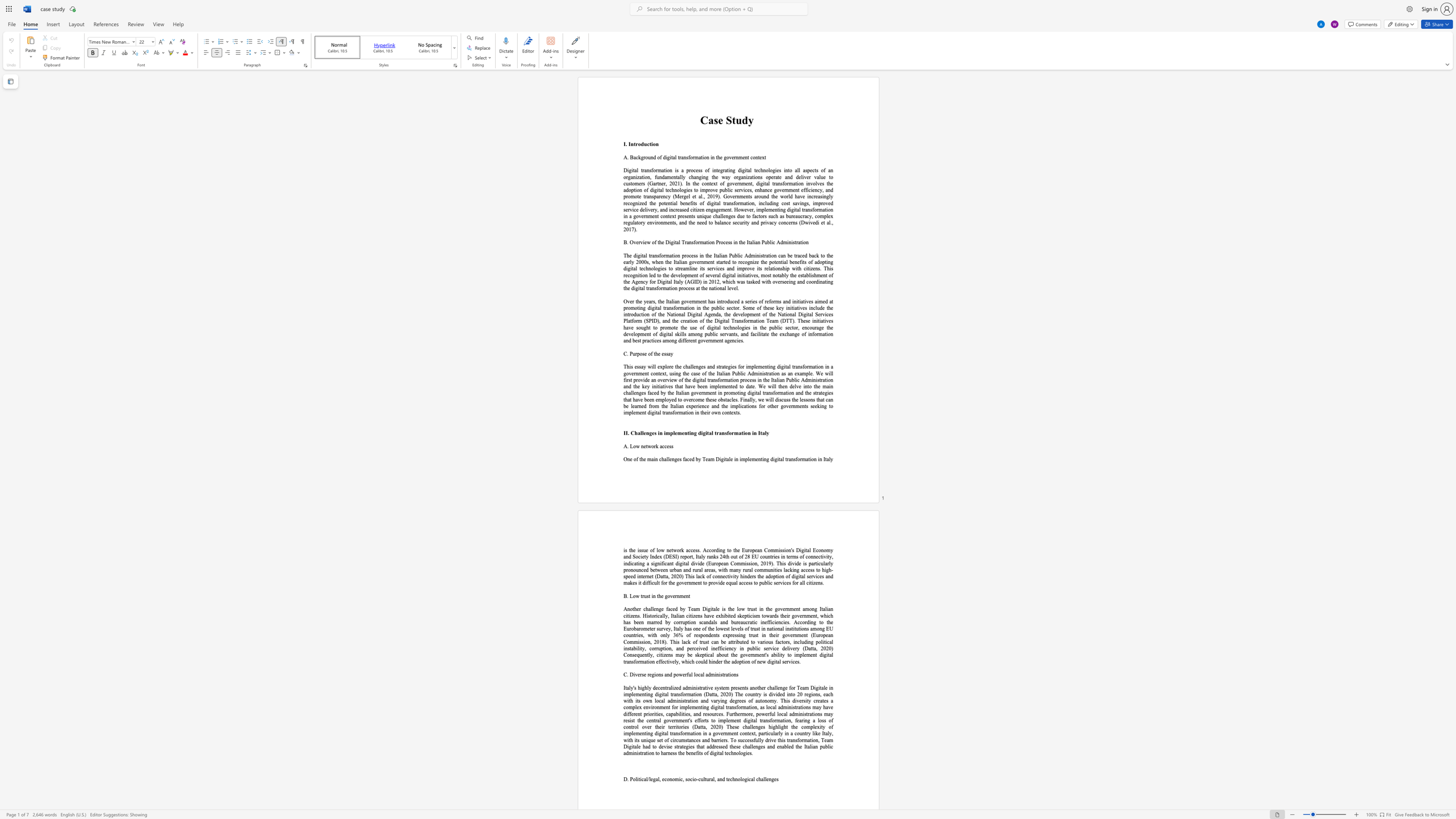 This screenshot has width=1456, height=819. Describe the element at coordinates (718, 746) in the screenshot. I see `the subset text "ssed these challenges an" within the text "efforts to implement digital transformation, fearing a loss of control over their territories (Datta, 2020) These challenges highlight the complexity of implementing digital transformation in a government context, particularly in a country like Italy, with its unique set of circumstances and barriers. To successfully drive this transformation, Team Digitale had to devise strategies that addressed these challenges and enabled the Italian public administration to harness the benefits of digital technologies."` at that location.